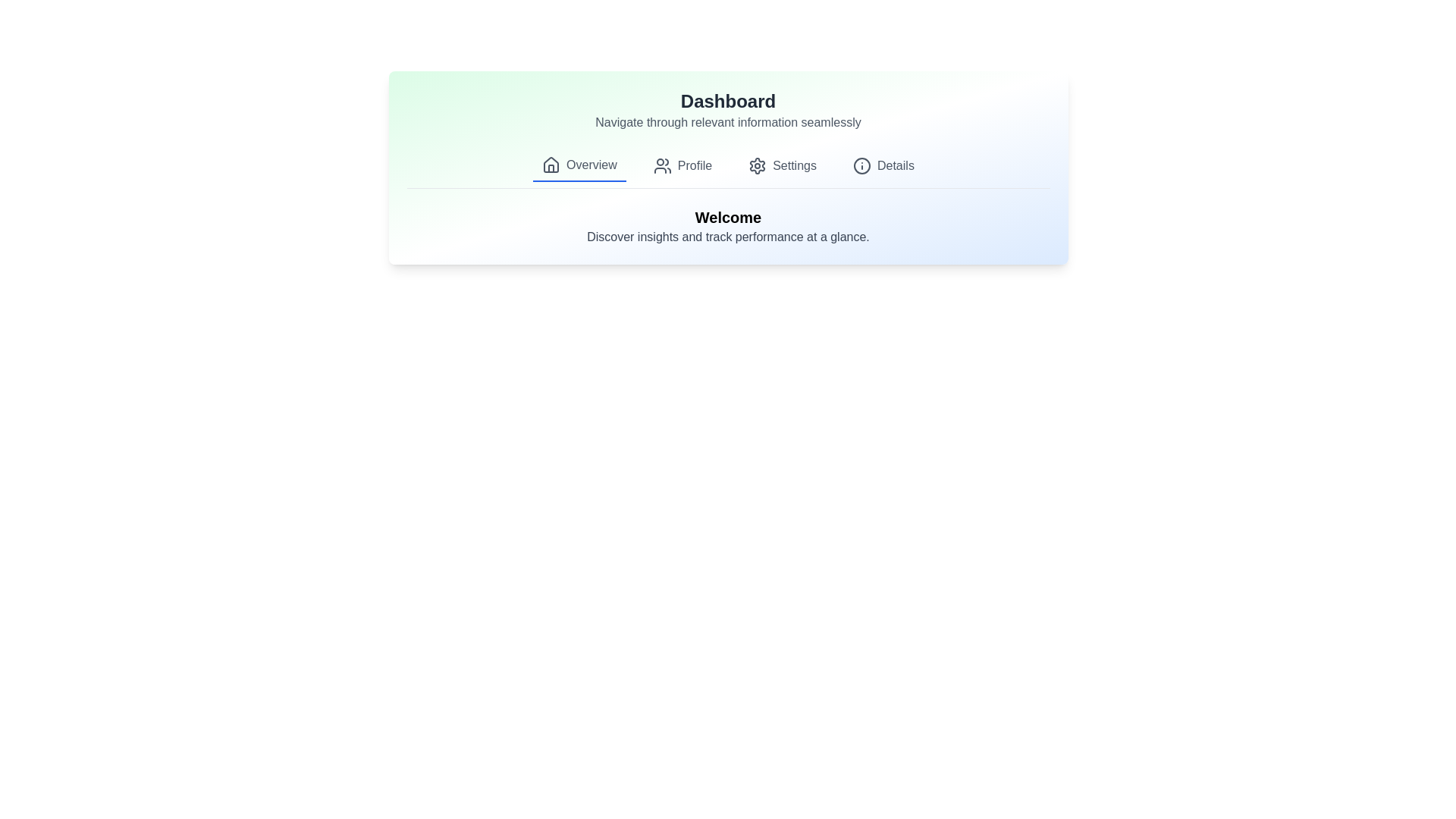  What do you see at coordinates (728, 169) in the screenshot?
I see `the 'Profile' button on the Navigation Bar` at bounding box center [728, 169].